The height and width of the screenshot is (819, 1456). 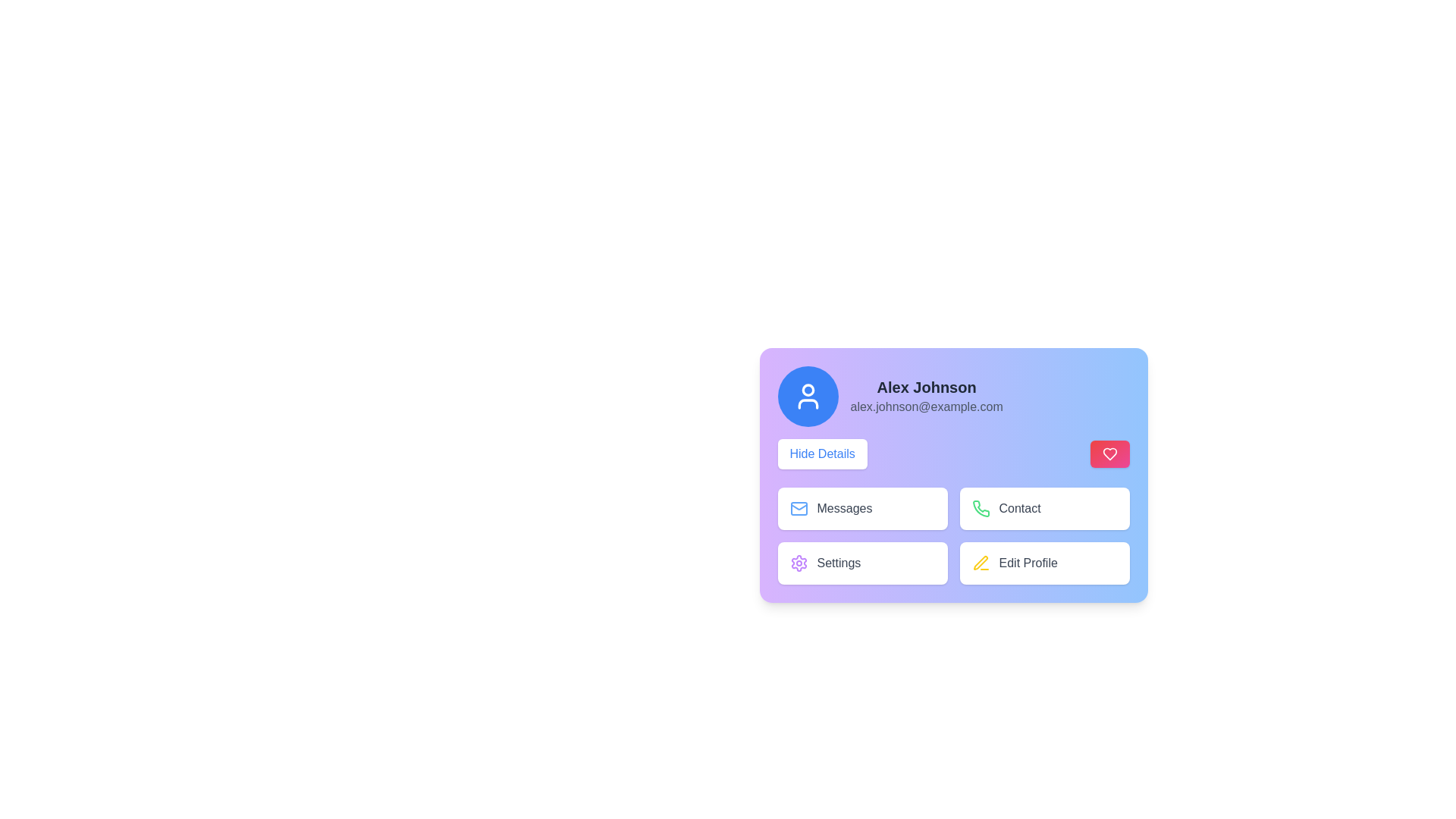 What do you see at coordinates (1109, 453) in the screenshot?
I see `the heart-like favorite icon located in the user details card adjacent to the user's name and email information` at bounding box center [1109, 453].